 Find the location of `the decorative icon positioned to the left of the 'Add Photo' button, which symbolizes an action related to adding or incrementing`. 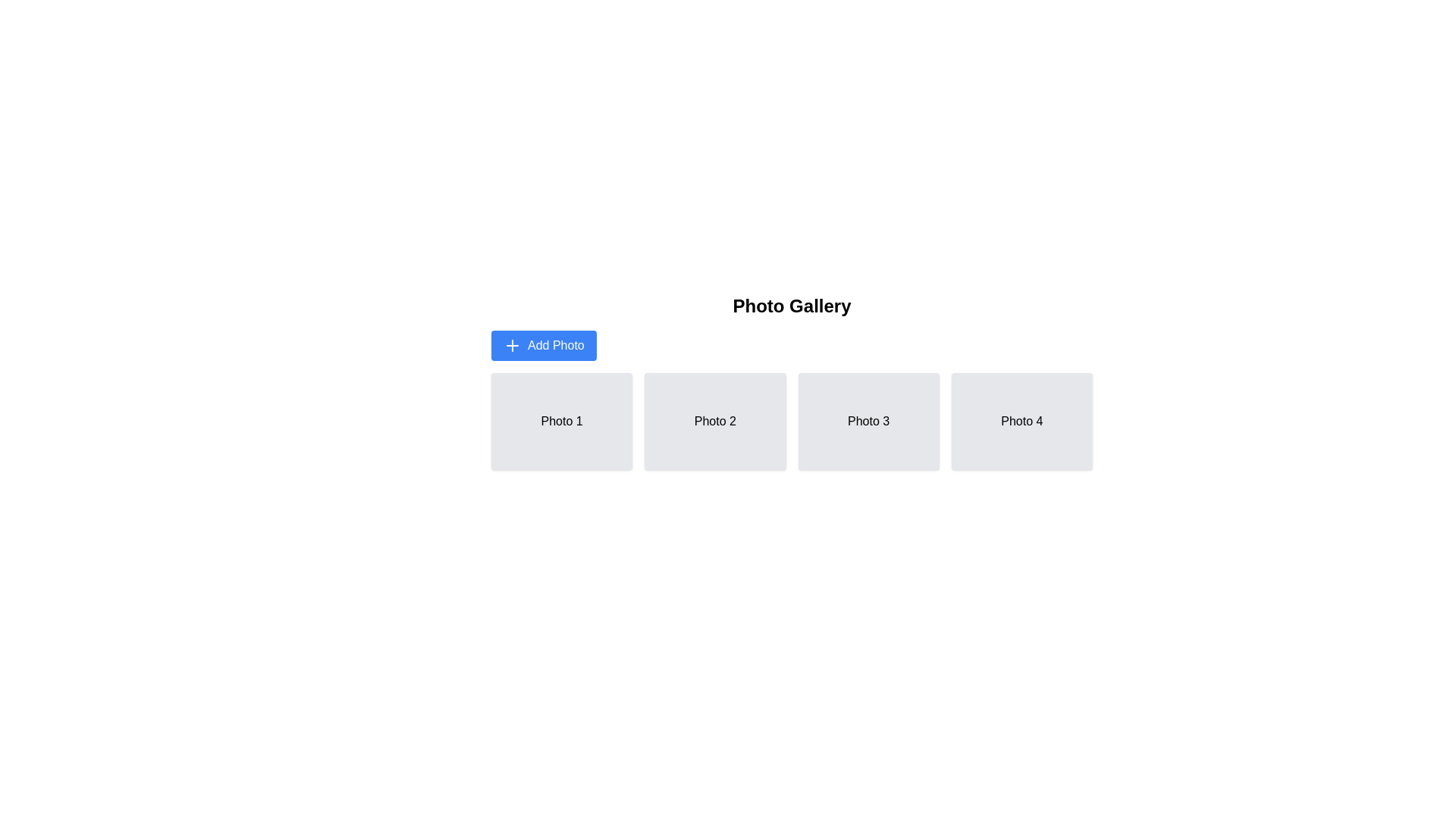

the decorative icon positioned to the left of the 'Add Photo' button, which symbolizes an action related to adding or incrementing is located at coordinates (513, 345).